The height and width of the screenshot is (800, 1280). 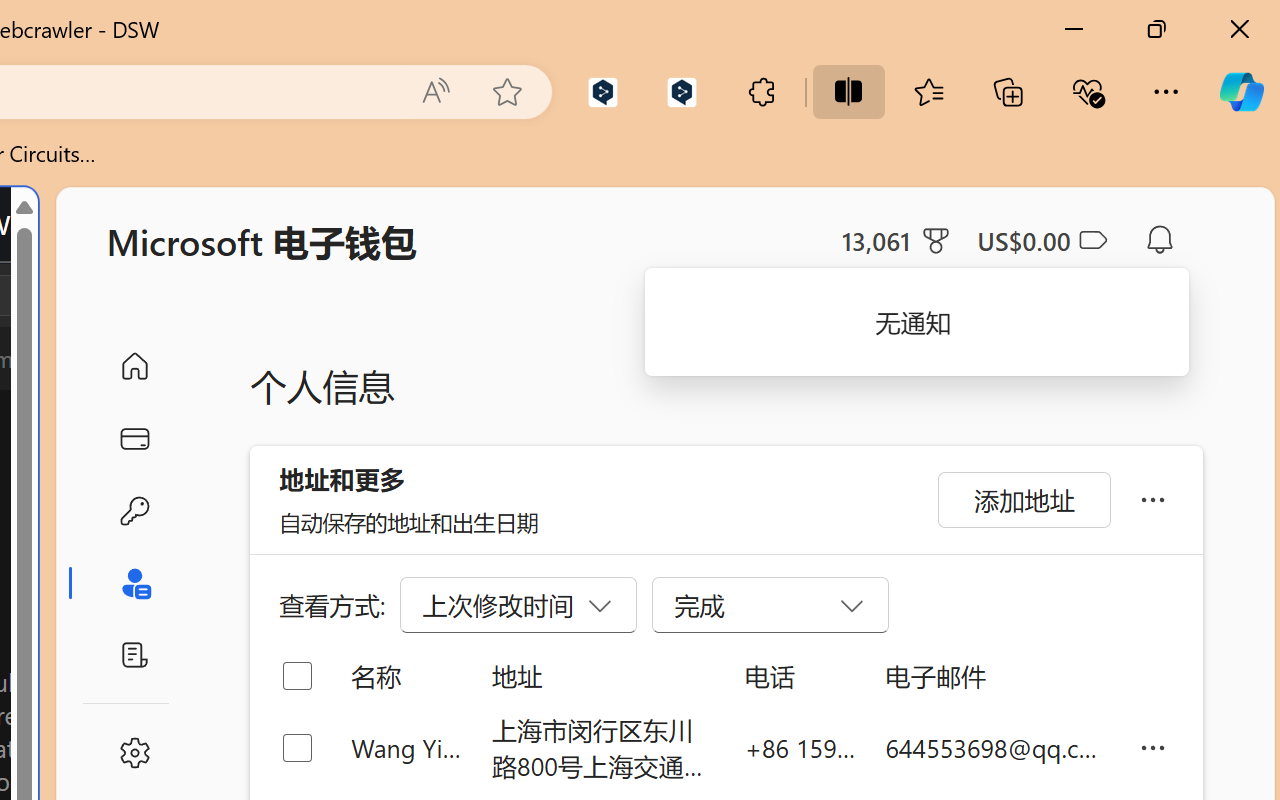 I want to click on 'Wang Yian', so click(x=405, y=747).